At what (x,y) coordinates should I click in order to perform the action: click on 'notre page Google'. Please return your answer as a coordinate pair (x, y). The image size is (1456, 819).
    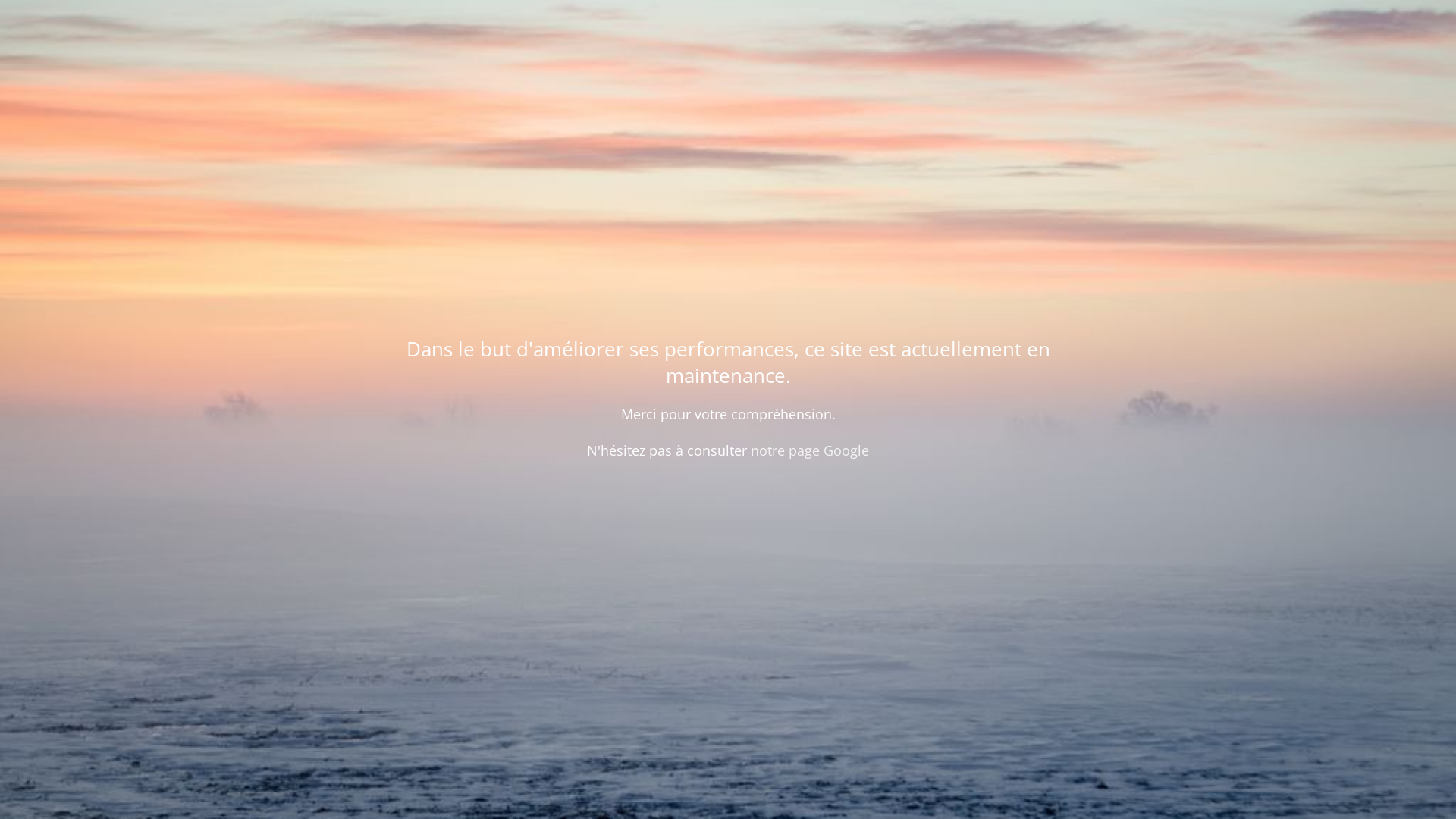
    Looking at the image, I should click on (809, 450).